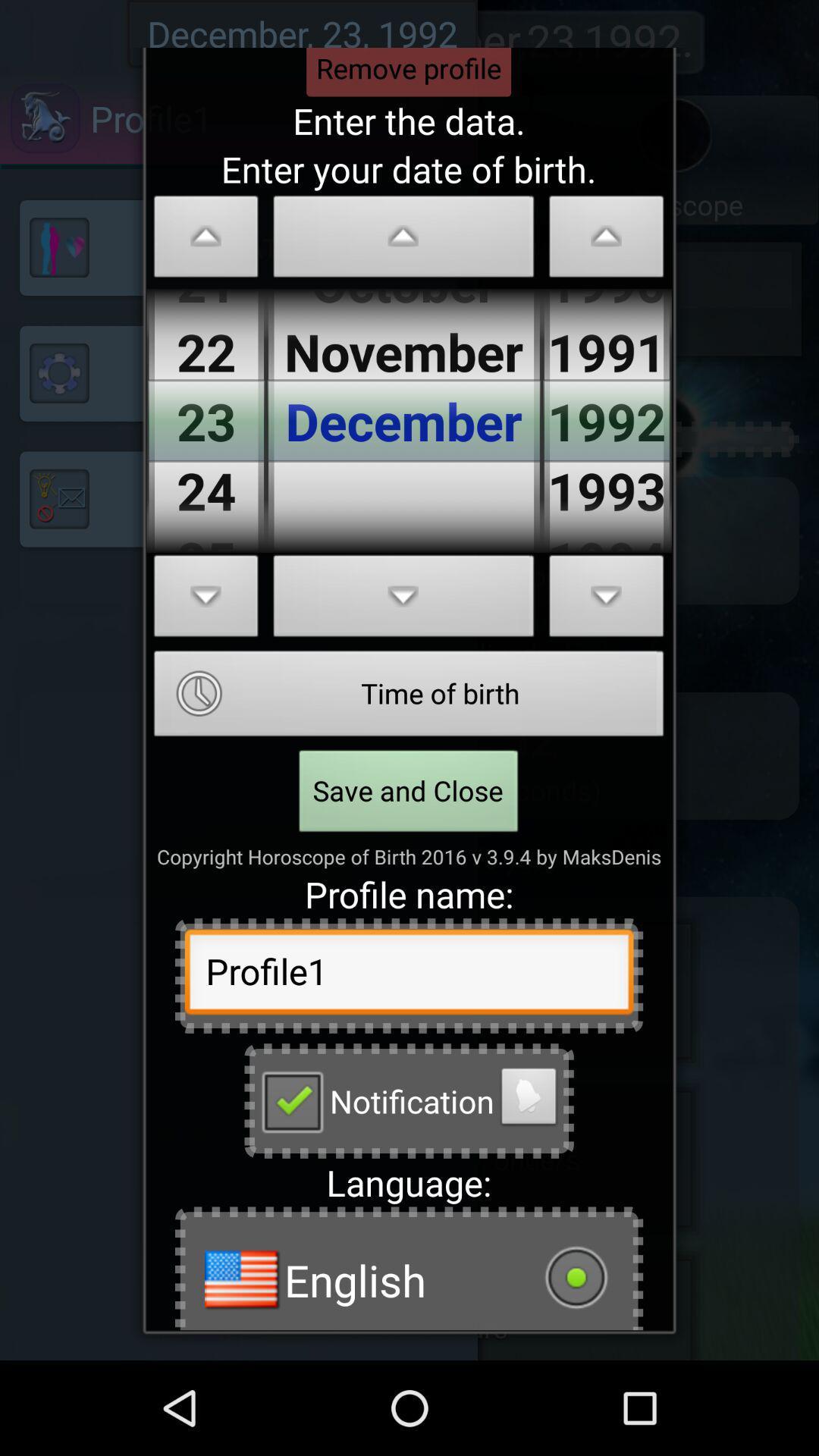  Describe the element at coordinates (206, 240) in the screenshot. I see `previous day` at that location.